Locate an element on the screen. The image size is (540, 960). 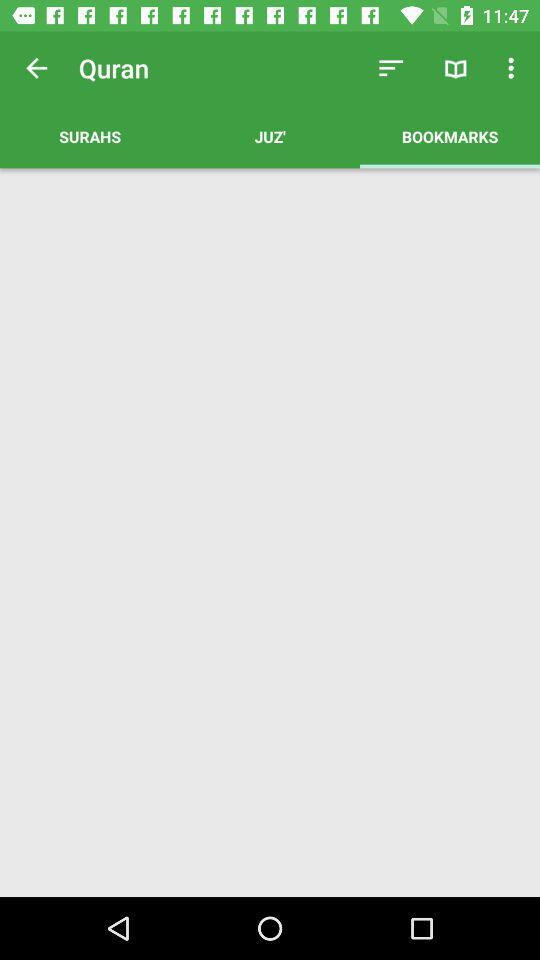
item next to the surahs is located at coordinates (391, 68).